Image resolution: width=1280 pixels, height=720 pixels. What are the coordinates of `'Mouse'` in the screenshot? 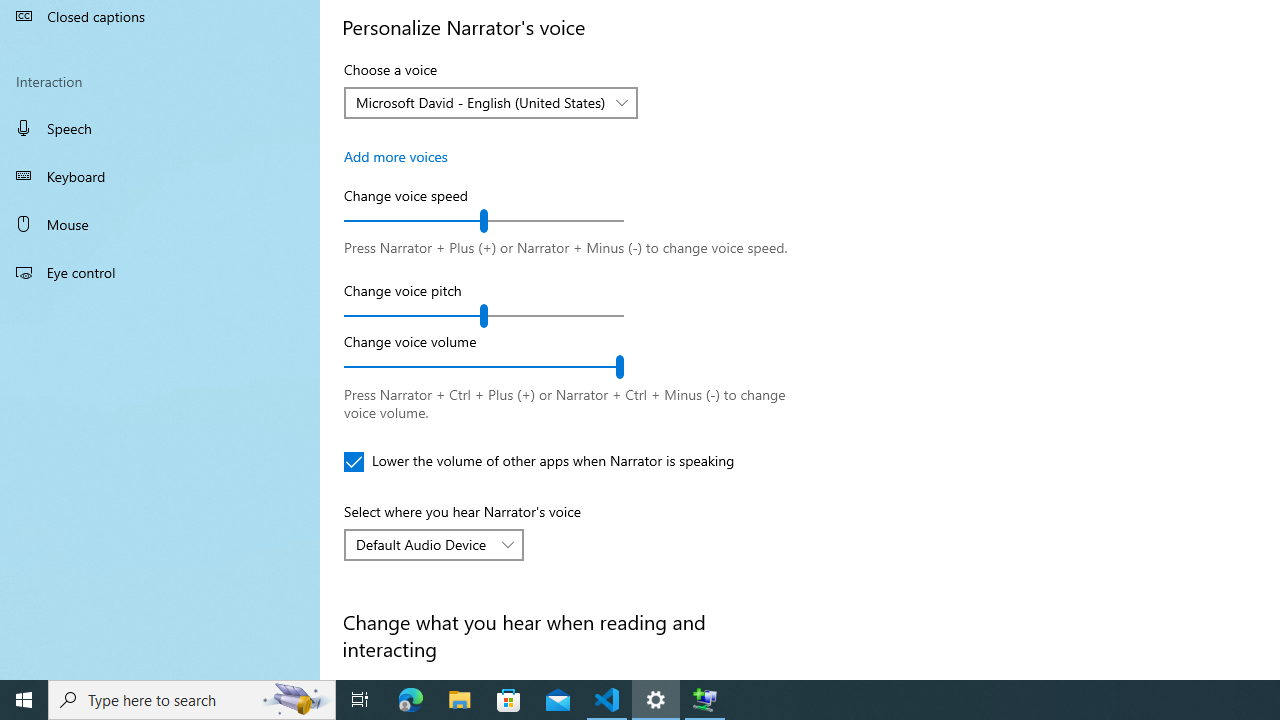 It's located at (160, 223).